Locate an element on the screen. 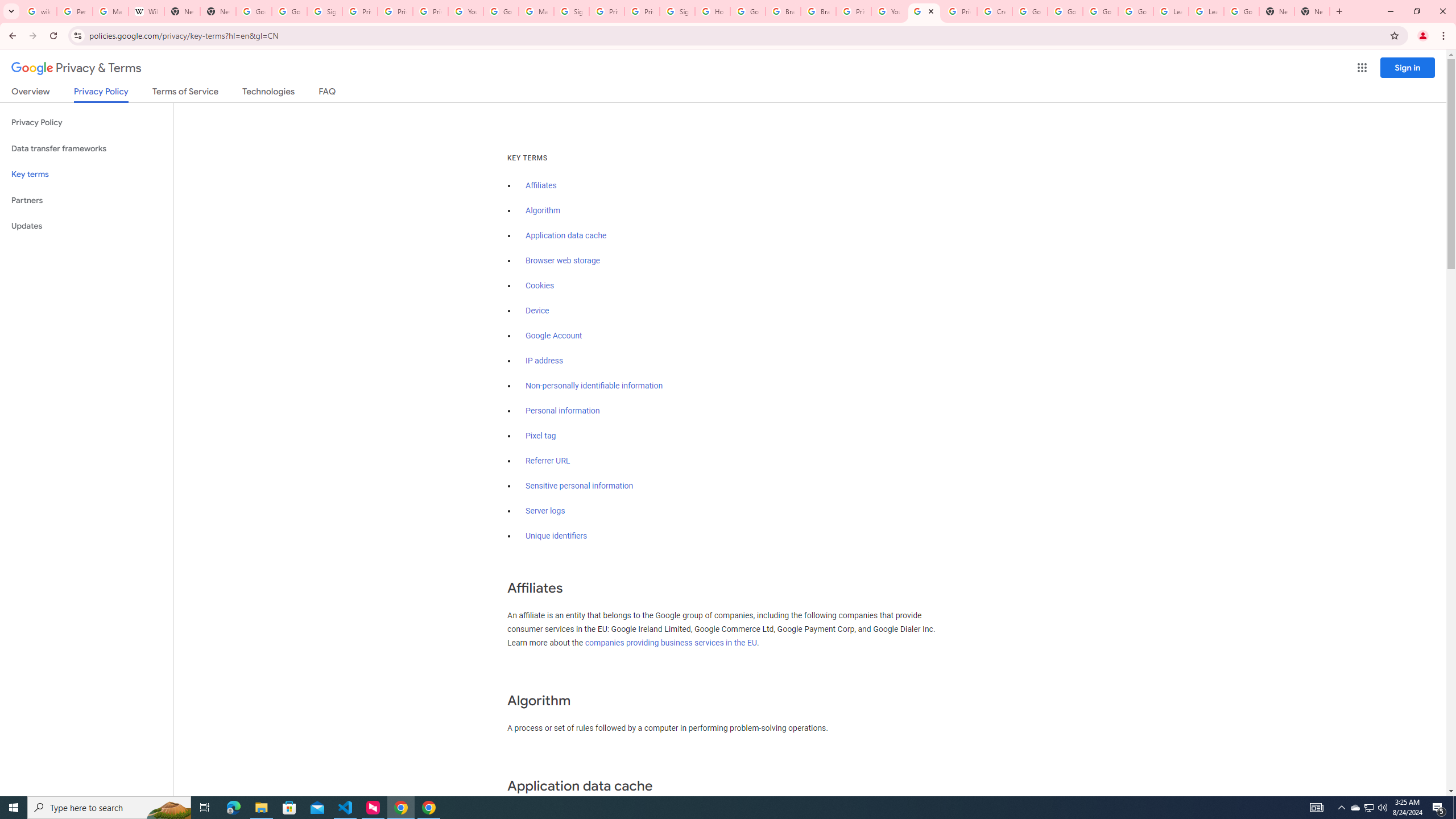 The height and width of the screenshot is (819, 1456). 'Google Account Help' is located at coordinates (1064, 11).